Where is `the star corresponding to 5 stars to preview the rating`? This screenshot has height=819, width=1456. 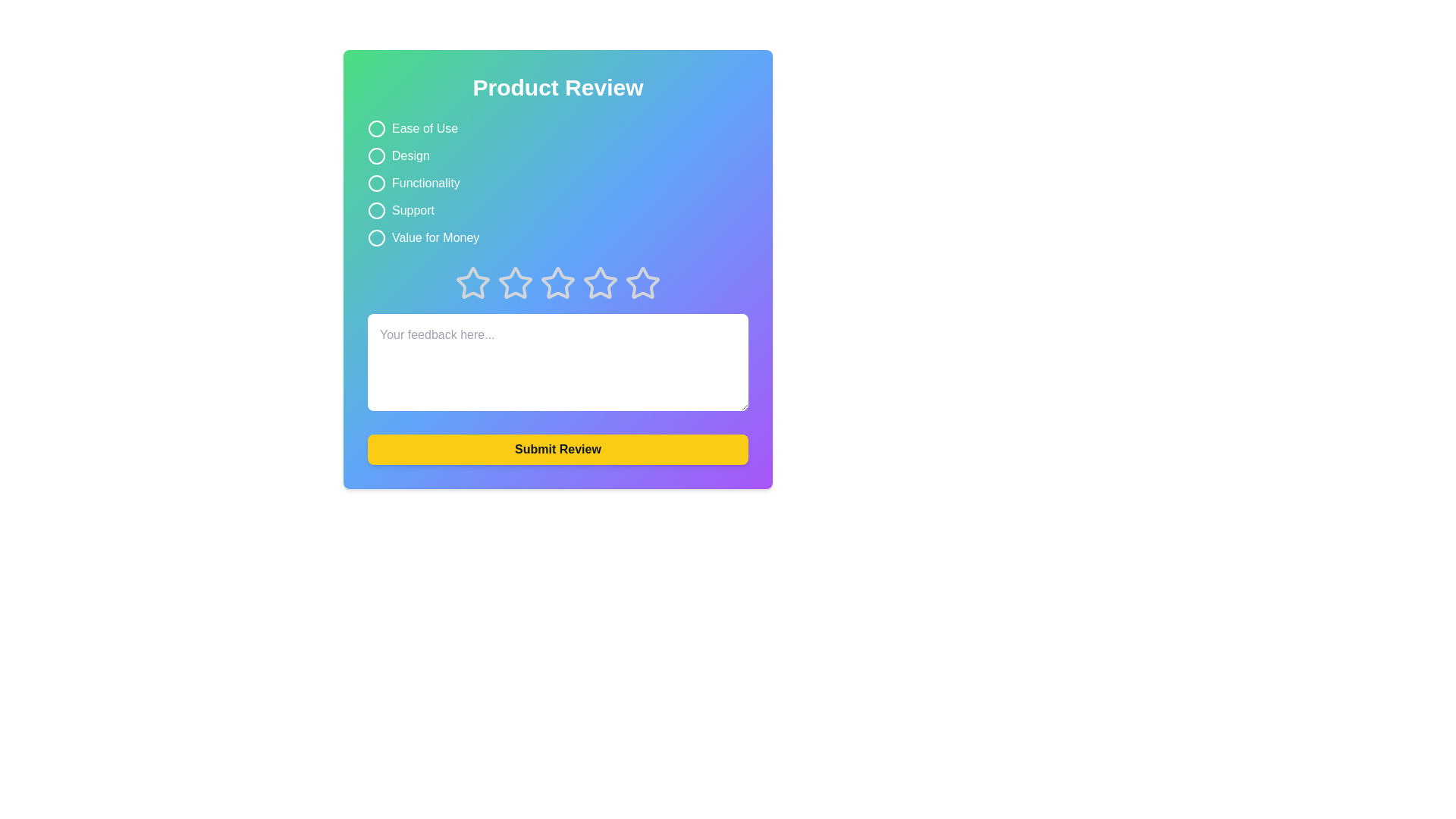
the star corresponding to 5 stars to preview the rating is located at coordinates (643, 284).